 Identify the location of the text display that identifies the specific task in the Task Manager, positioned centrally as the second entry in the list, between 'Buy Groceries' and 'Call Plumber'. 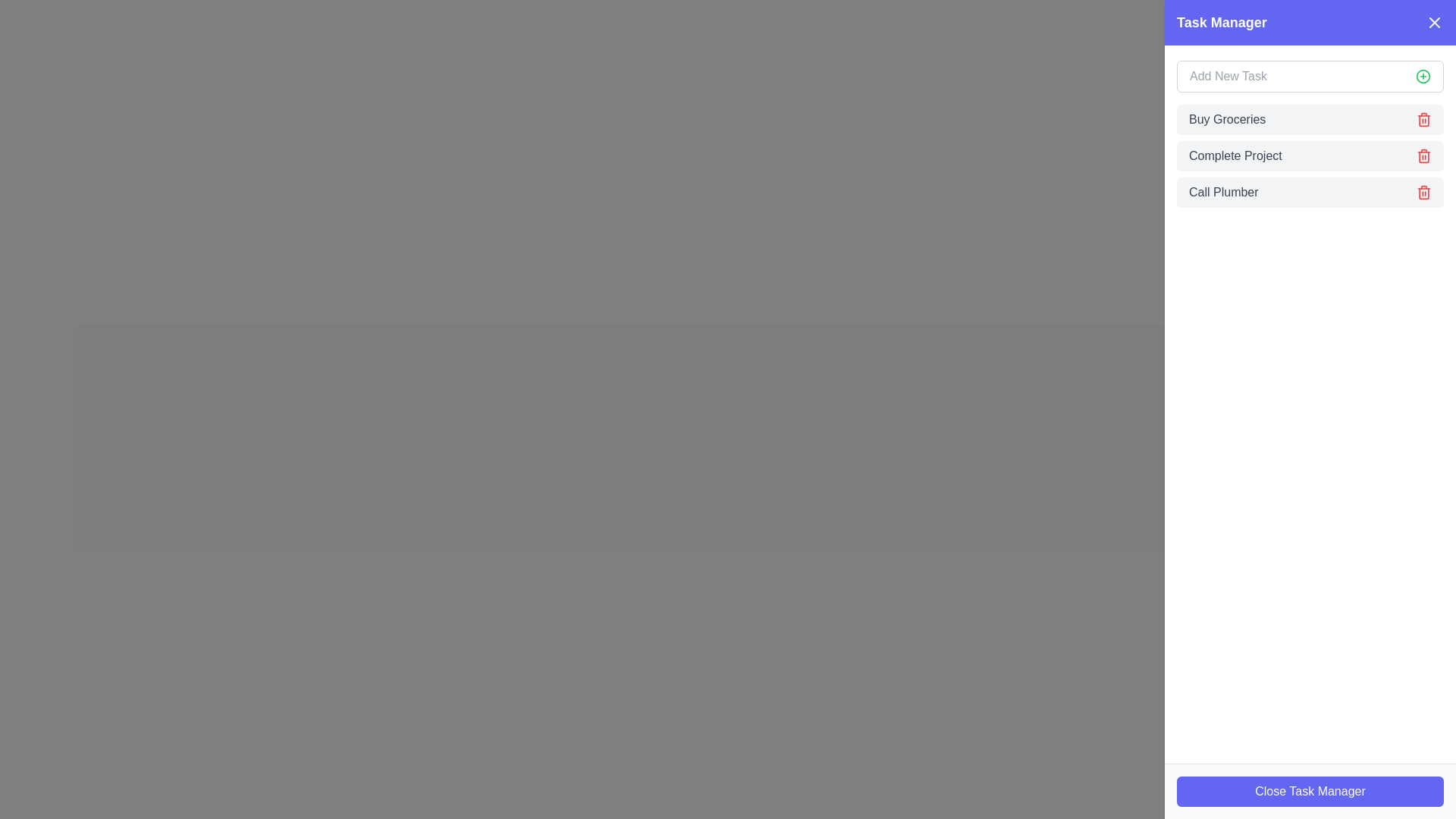
(1235, 155).